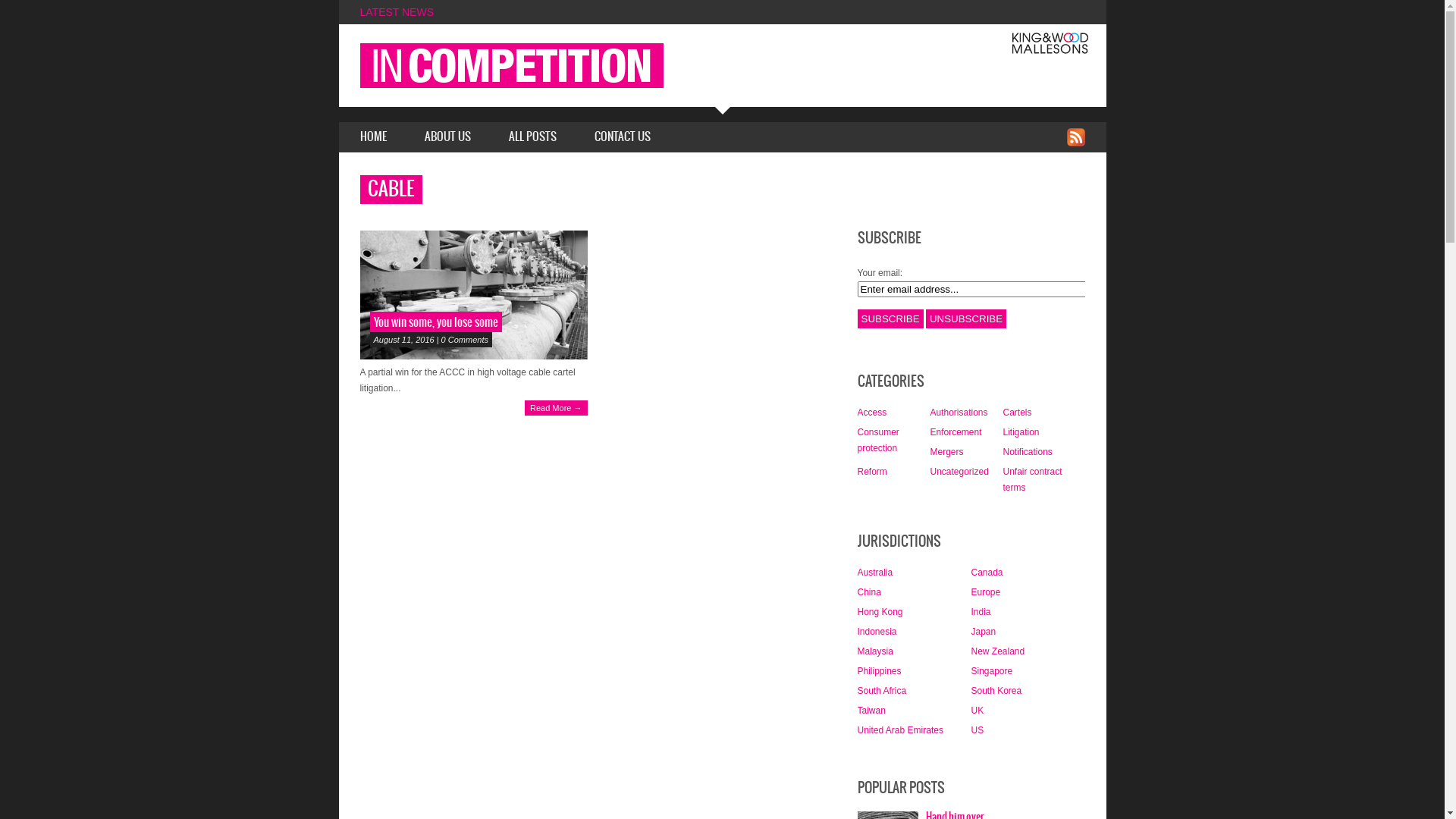 The width and height of the screenshot is (1456, 819). Describe the element at coordinates (1027, 451) in the screenshot. I see `'Notifications'` at that location.